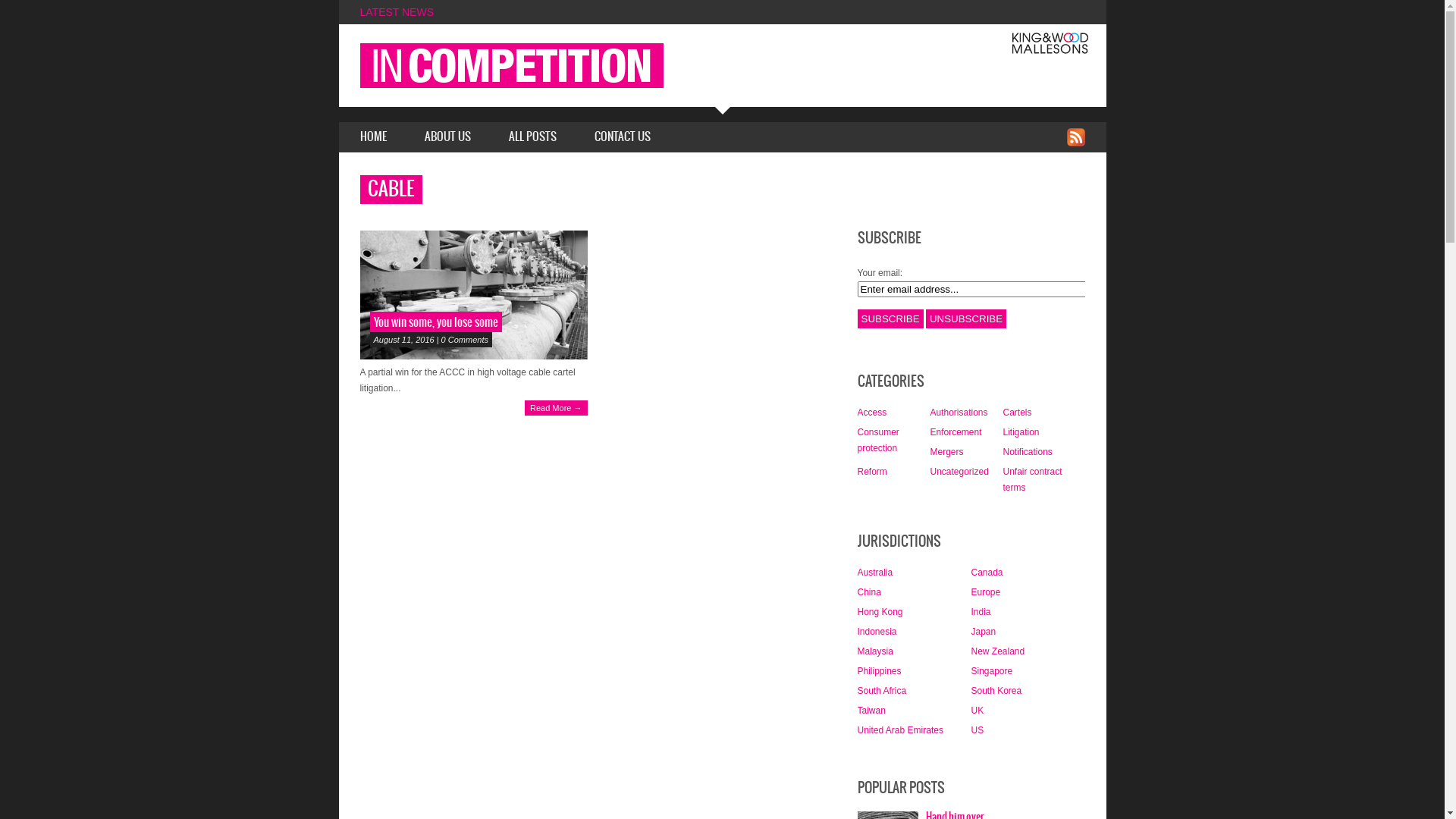 The width and height of the screenshot is (1456, 819). Describe the element at coordinates (1027, 451) in the screenshot. I see `'Notifications'` at that location.